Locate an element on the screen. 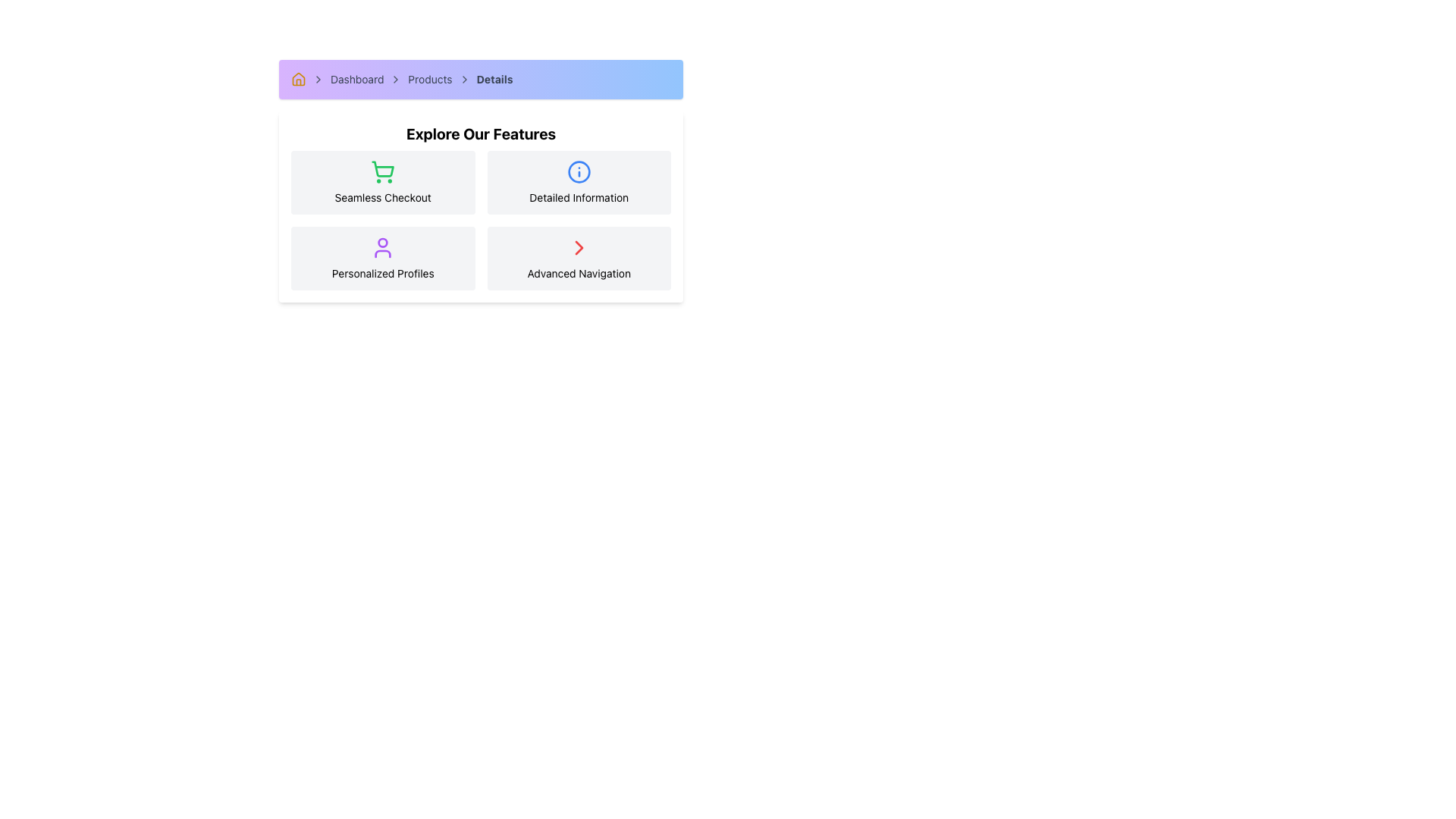 The height and width of the screenshot is (819, 1456). the 'Detailed Information' text label located under the information icon in the second column of the 'Explore Our Features' section is located at coordinates (578, 197).